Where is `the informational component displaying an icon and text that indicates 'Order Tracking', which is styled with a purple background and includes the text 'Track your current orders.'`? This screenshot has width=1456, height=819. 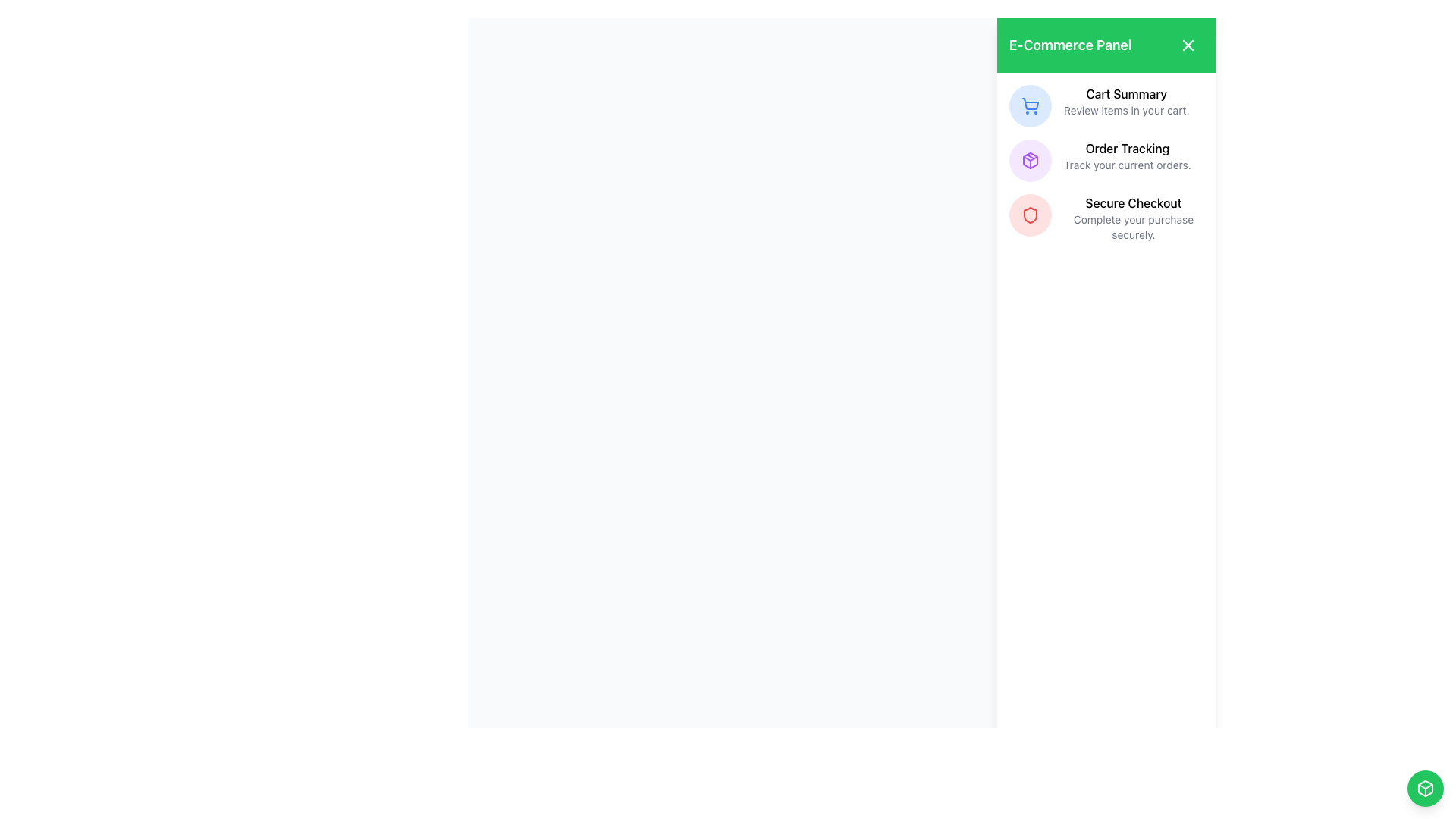 the informational component displaying an icon and text that indicates 'Order Tracking', which is styled with a purple background and includes the text 'Track your current orders.' is located at coordinates (1106, 161).